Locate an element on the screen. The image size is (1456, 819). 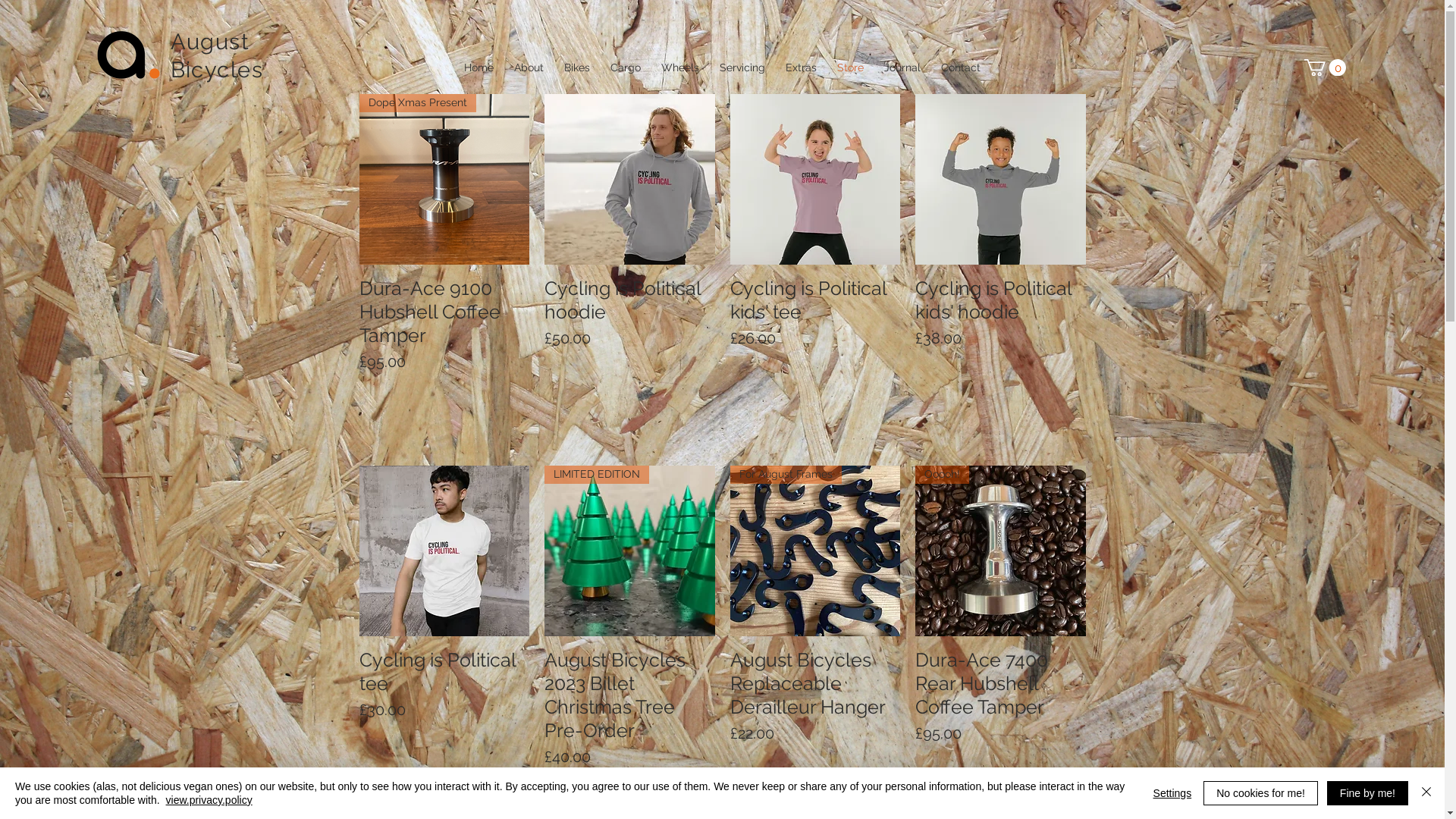
'Contact' is located at coordinates (960, 66).